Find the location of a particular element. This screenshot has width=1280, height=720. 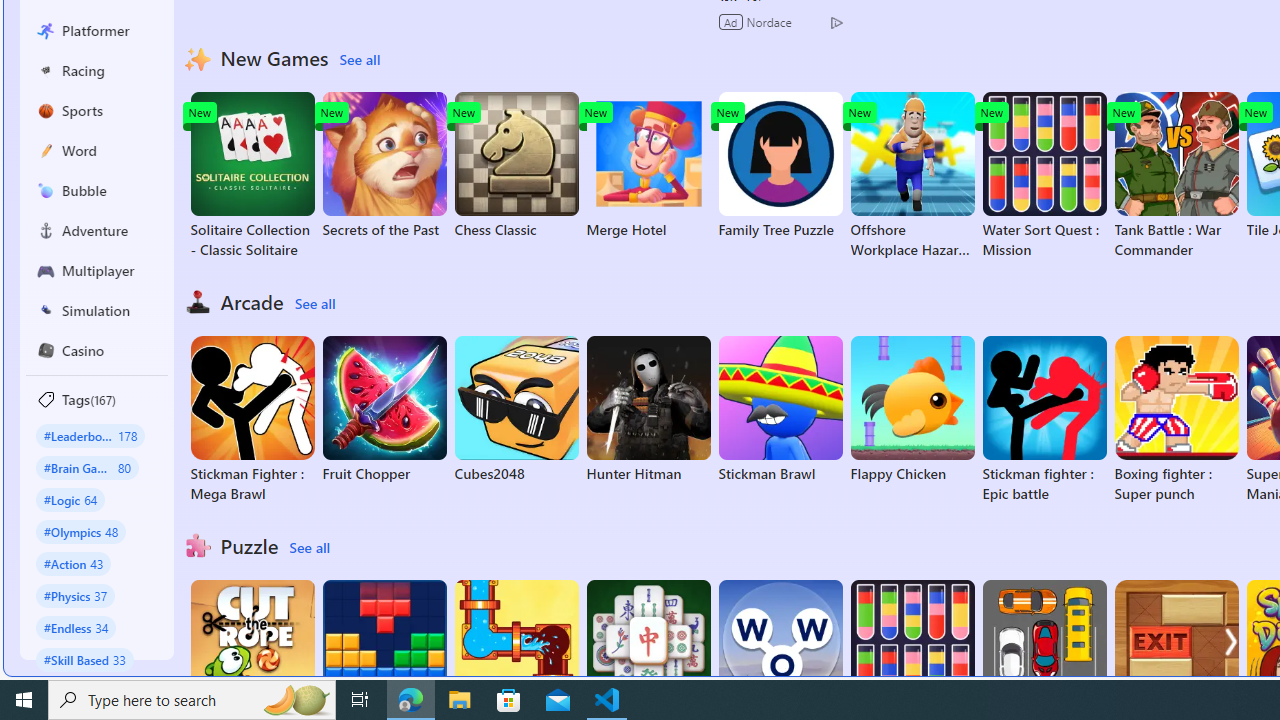

'#Brain Games 80' is located at coordinates (86, 467).